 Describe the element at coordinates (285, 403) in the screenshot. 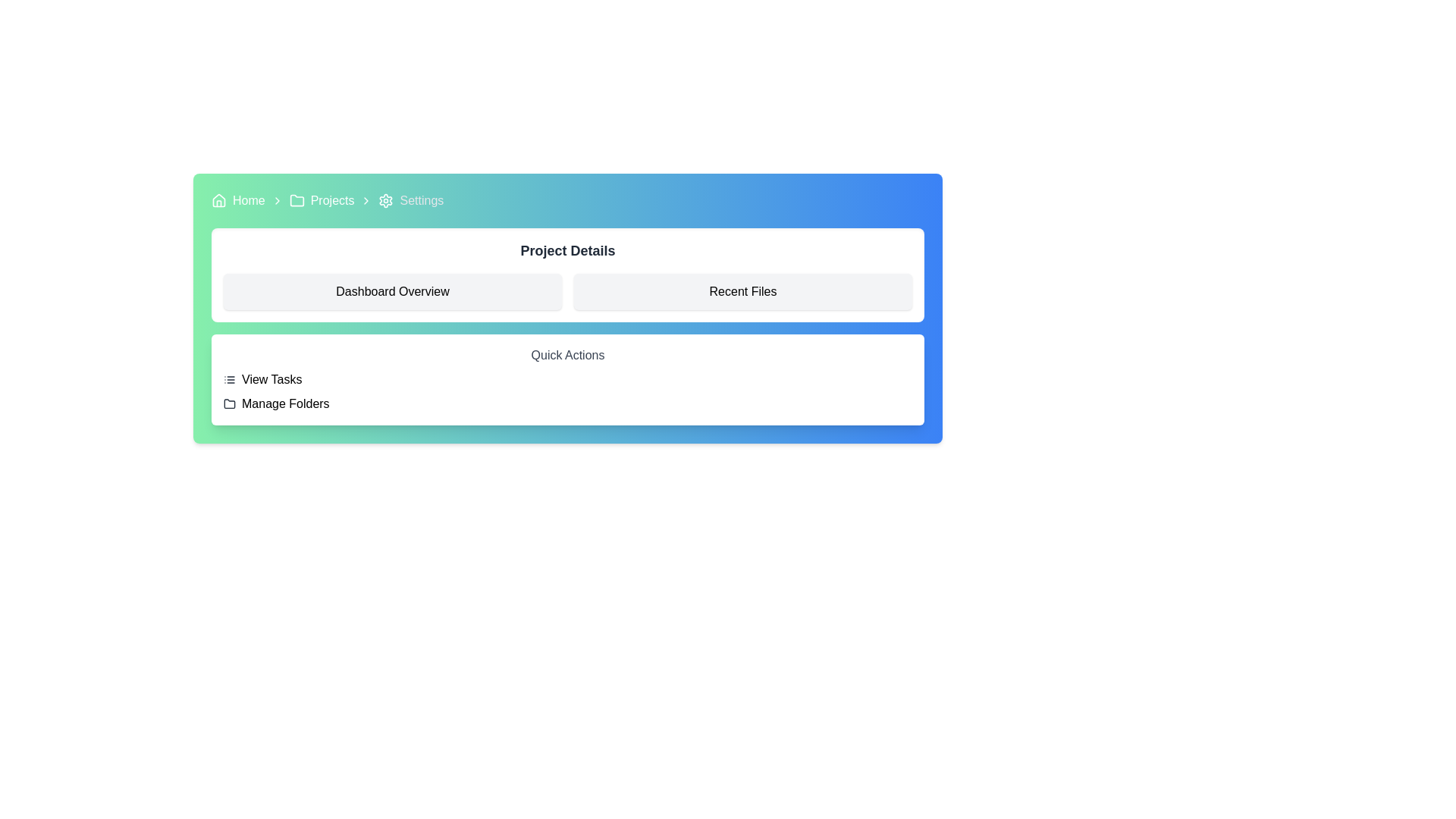

I see `the label that directs the user to manage folder-related tasks, located to the right of a folder icon and below a sibling labeled 'View Tasks' in the 'Quick Actions' section` at that location.